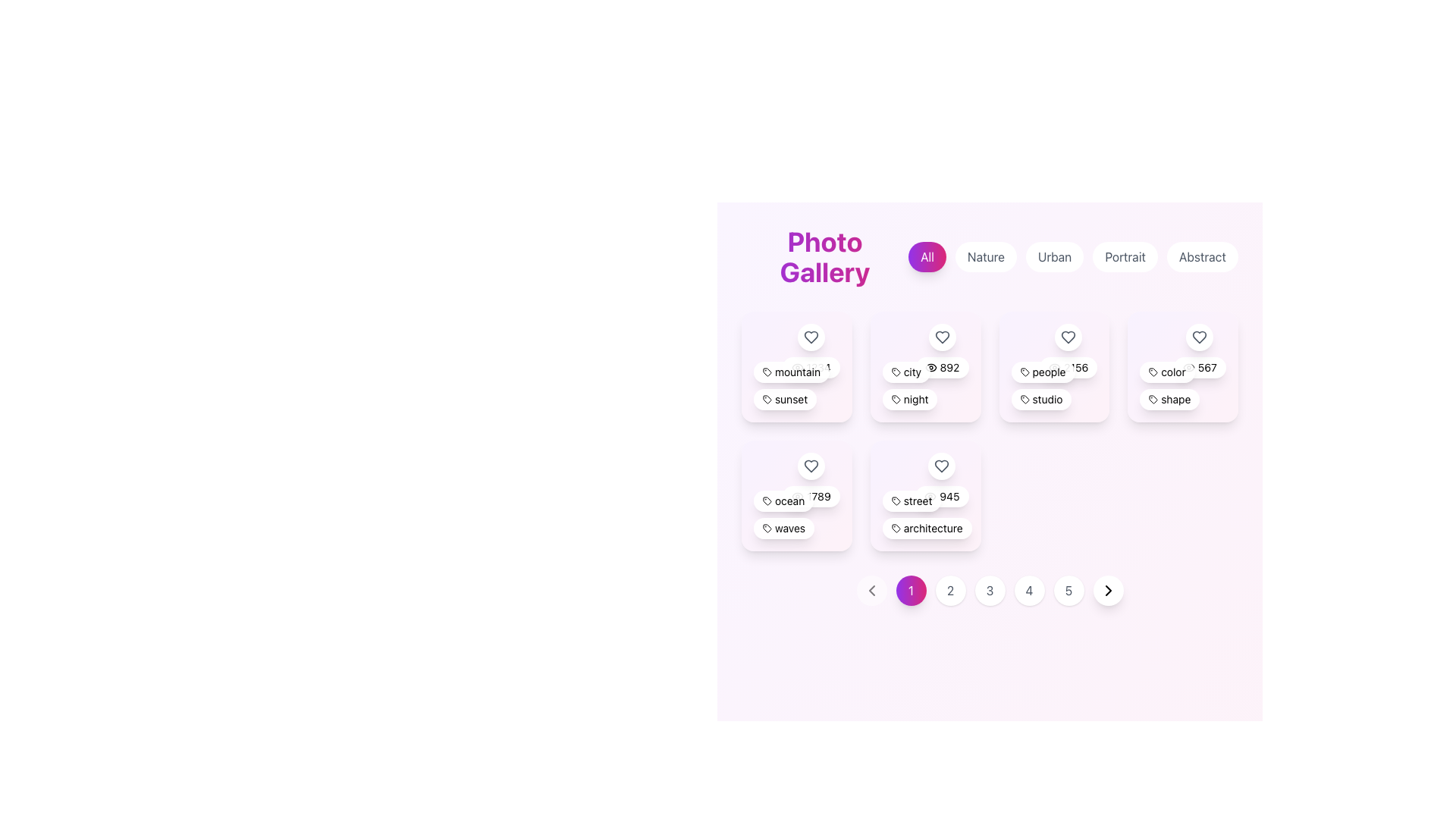 Image resolution: width=1456 pixels, height=819 pixels. Describe the element at coordinates (810, 336) in the screenshot. I see `the heart icon with a hollow outline located in the top-left corner of the first card in the grid` at that location.